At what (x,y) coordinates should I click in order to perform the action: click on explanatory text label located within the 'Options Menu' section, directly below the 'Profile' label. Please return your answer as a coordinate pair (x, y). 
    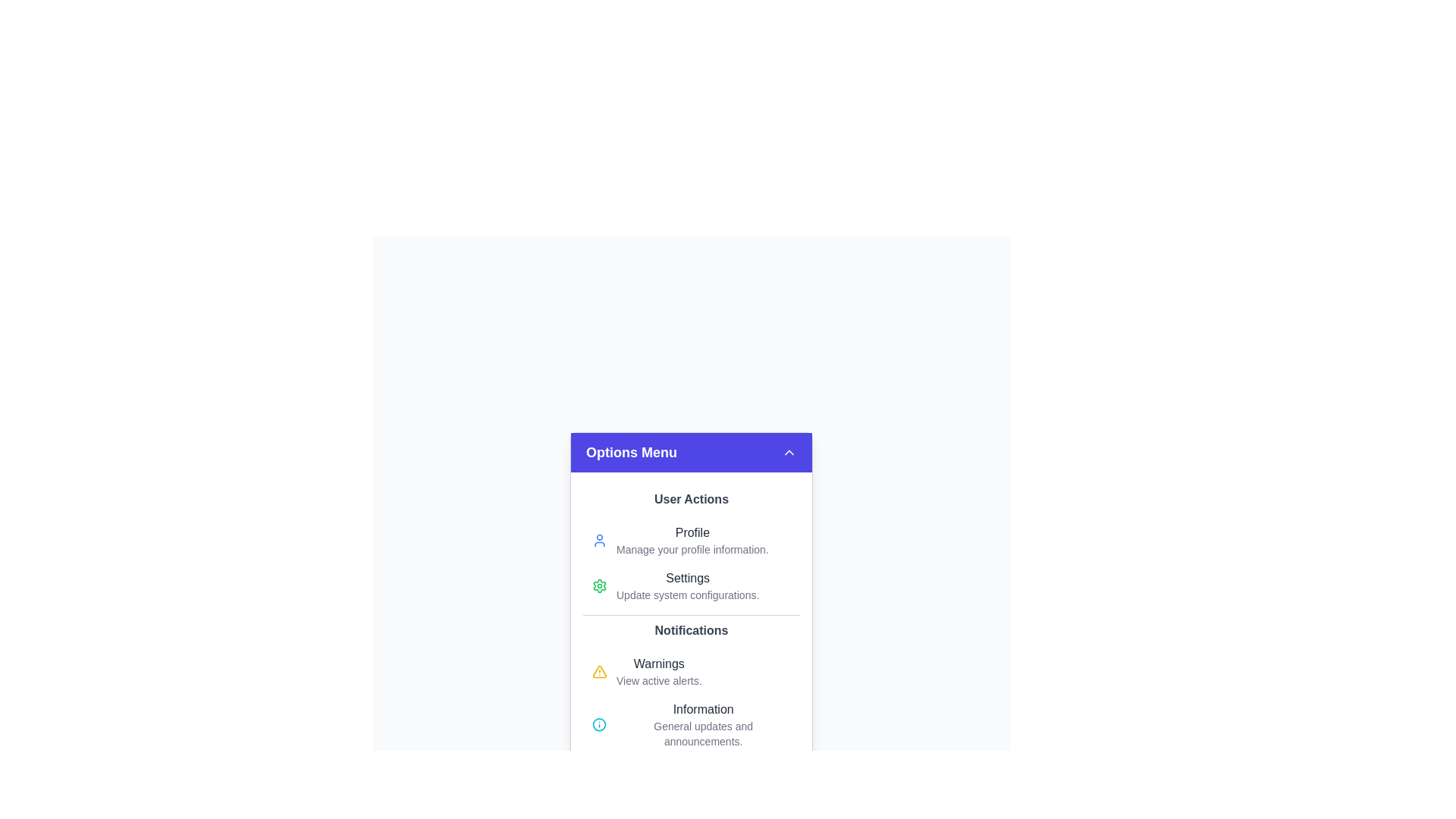
    Looking at the image, I should click on (692, 550).